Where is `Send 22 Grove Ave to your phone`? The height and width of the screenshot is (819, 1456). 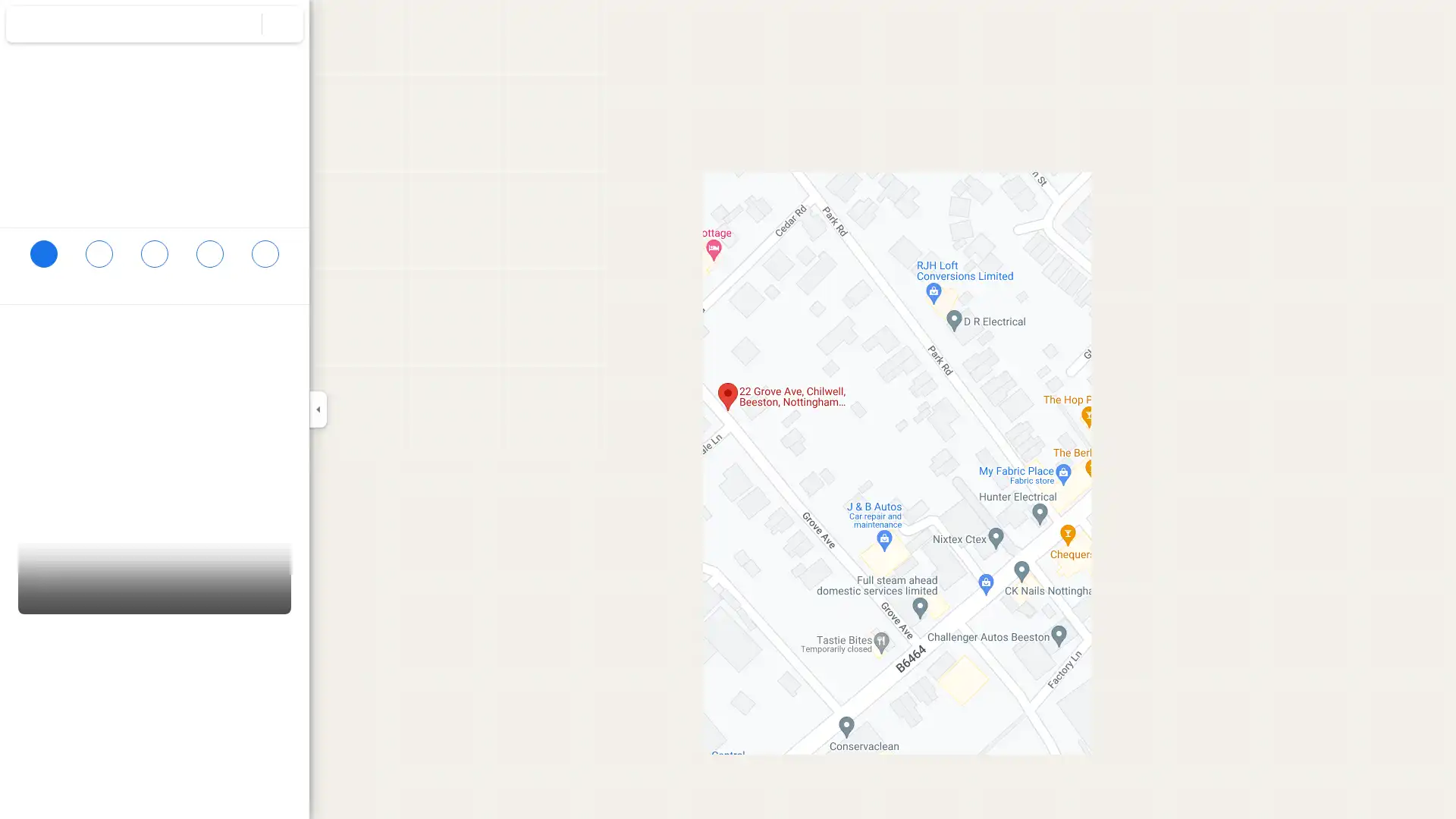
Send 22 Grove Ave to your phone is located at coordinates (209, 265).